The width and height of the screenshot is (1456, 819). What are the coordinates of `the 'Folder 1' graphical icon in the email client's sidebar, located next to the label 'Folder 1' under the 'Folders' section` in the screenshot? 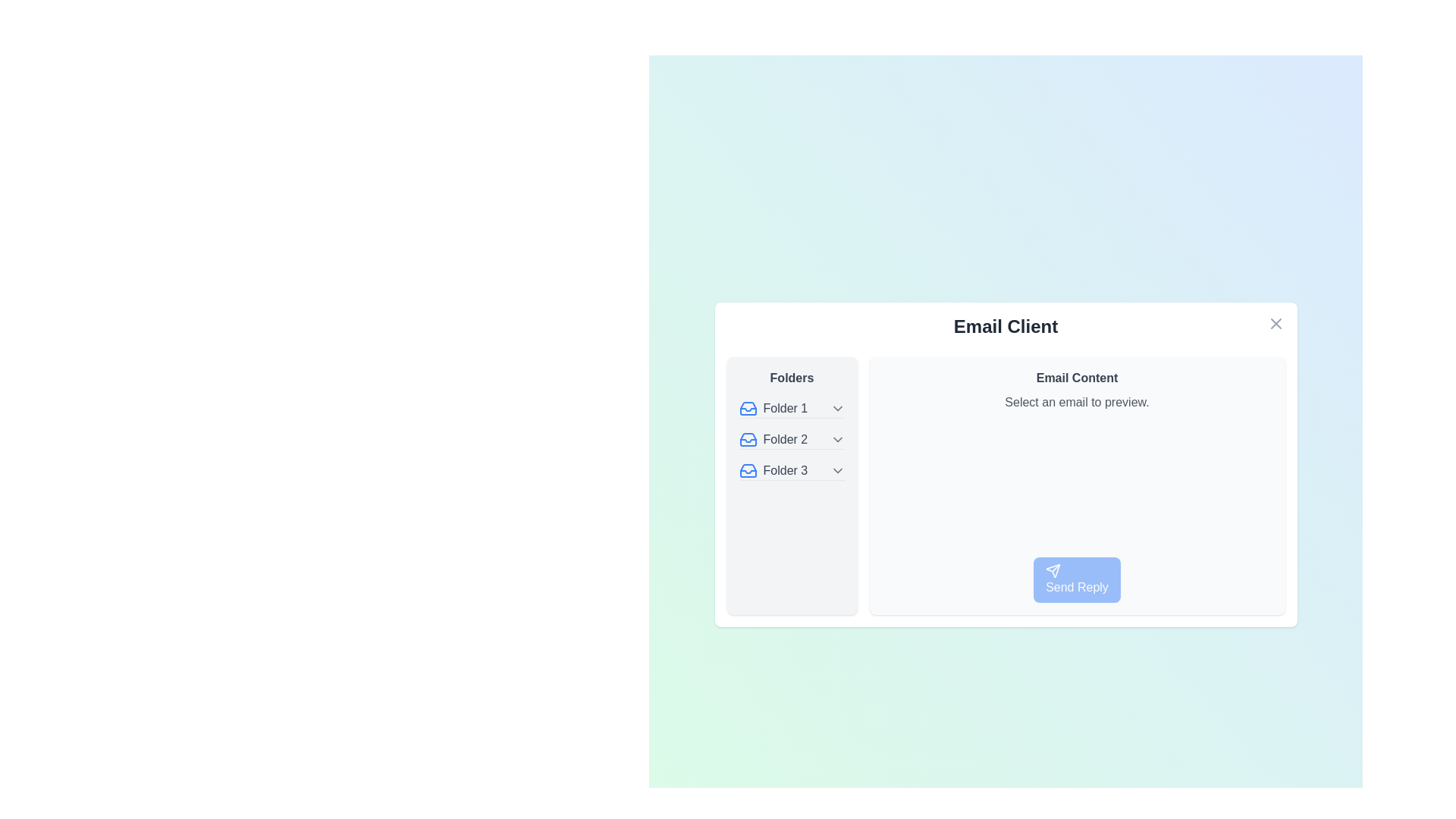 It's located at (748, 408).